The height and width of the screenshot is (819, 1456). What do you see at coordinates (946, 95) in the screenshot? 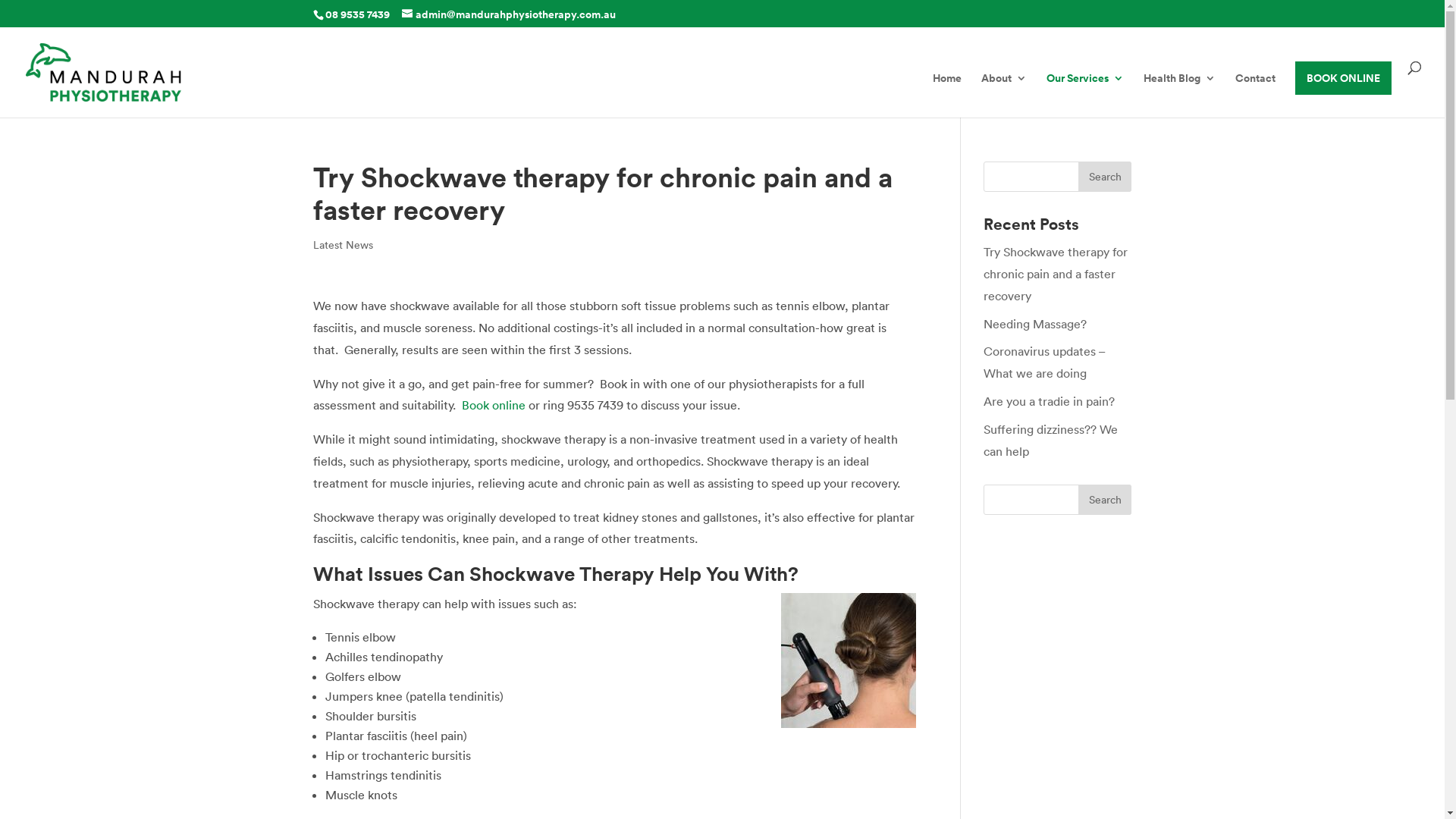
I see `'Home'` at bounding box center [946, 95].